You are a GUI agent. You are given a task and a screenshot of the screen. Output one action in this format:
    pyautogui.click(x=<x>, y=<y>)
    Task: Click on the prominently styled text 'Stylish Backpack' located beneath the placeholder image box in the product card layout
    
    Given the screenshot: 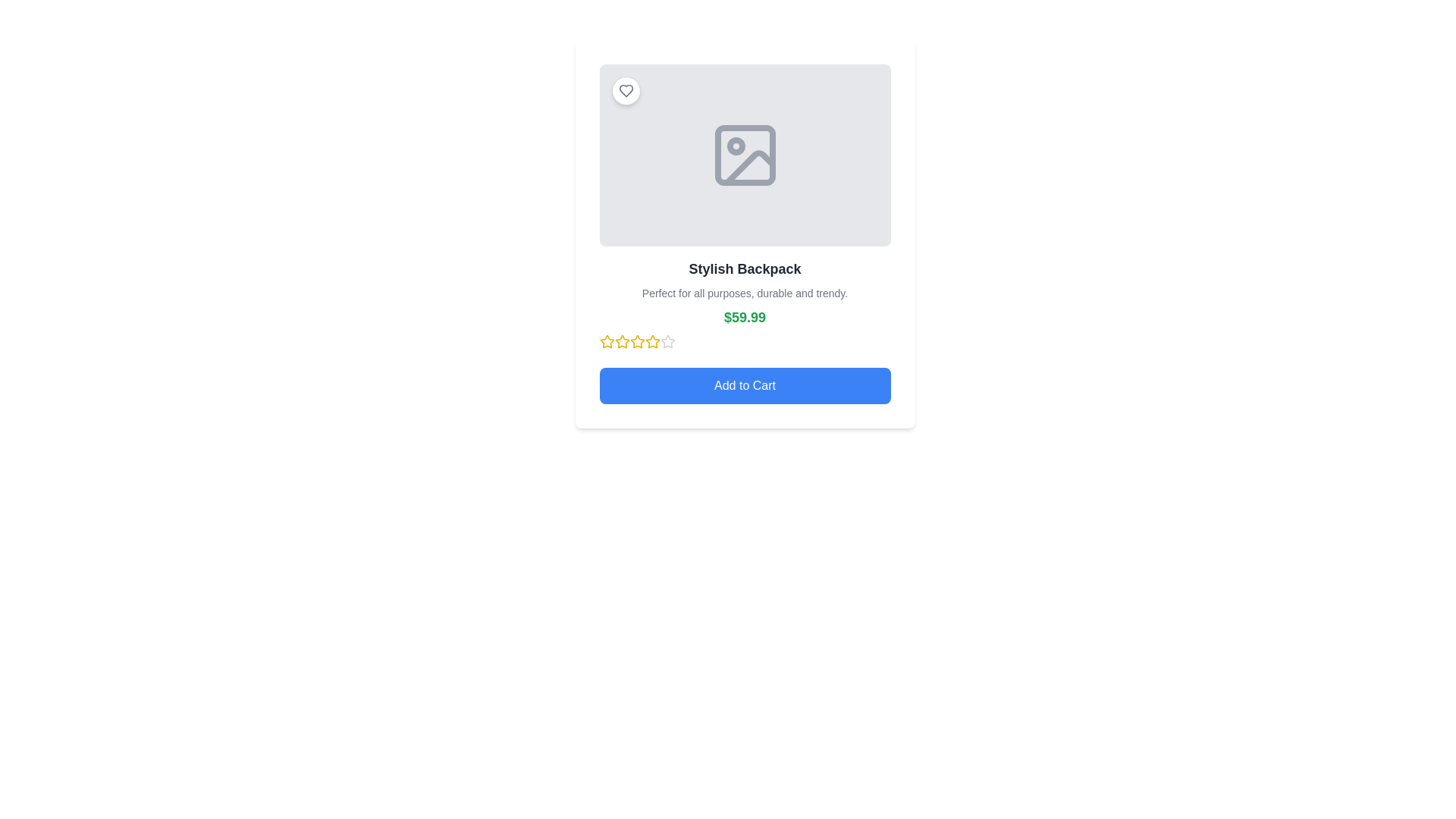 What is the action you would take?
    pyautogui.click(x=745, y=268)
    